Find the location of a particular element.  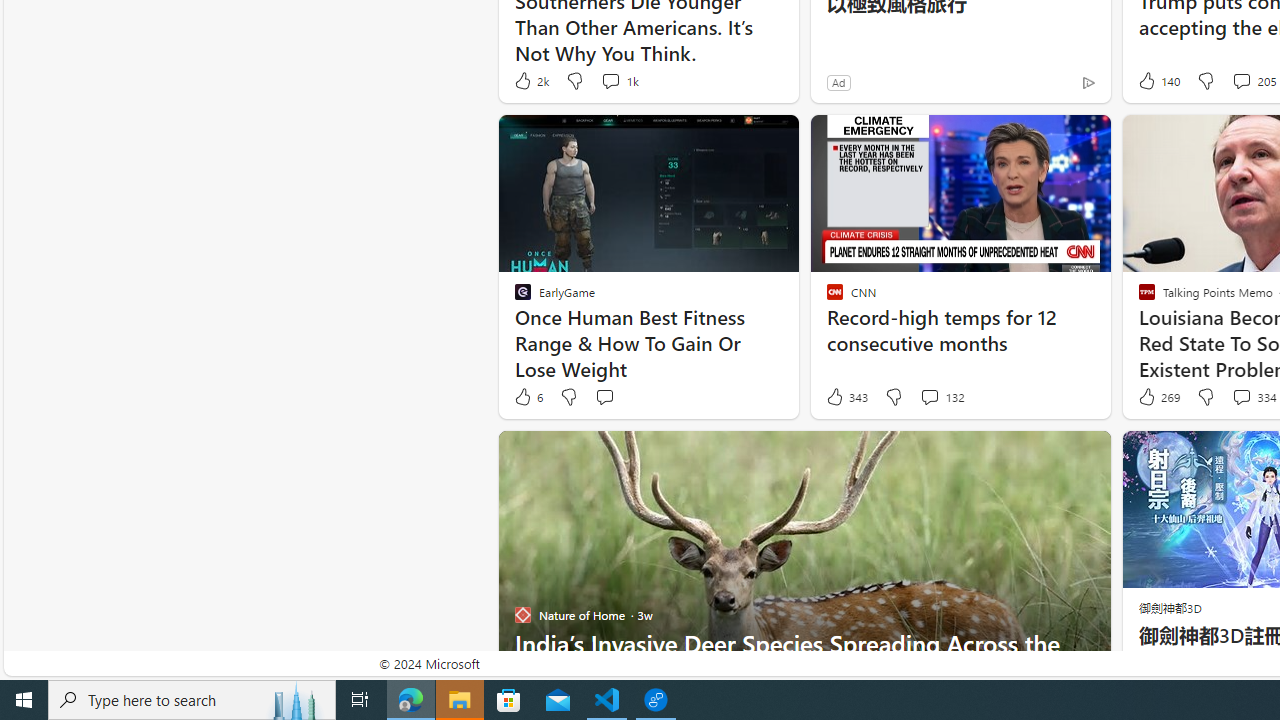

'140 Like' is located at coordinates (1157, 80).